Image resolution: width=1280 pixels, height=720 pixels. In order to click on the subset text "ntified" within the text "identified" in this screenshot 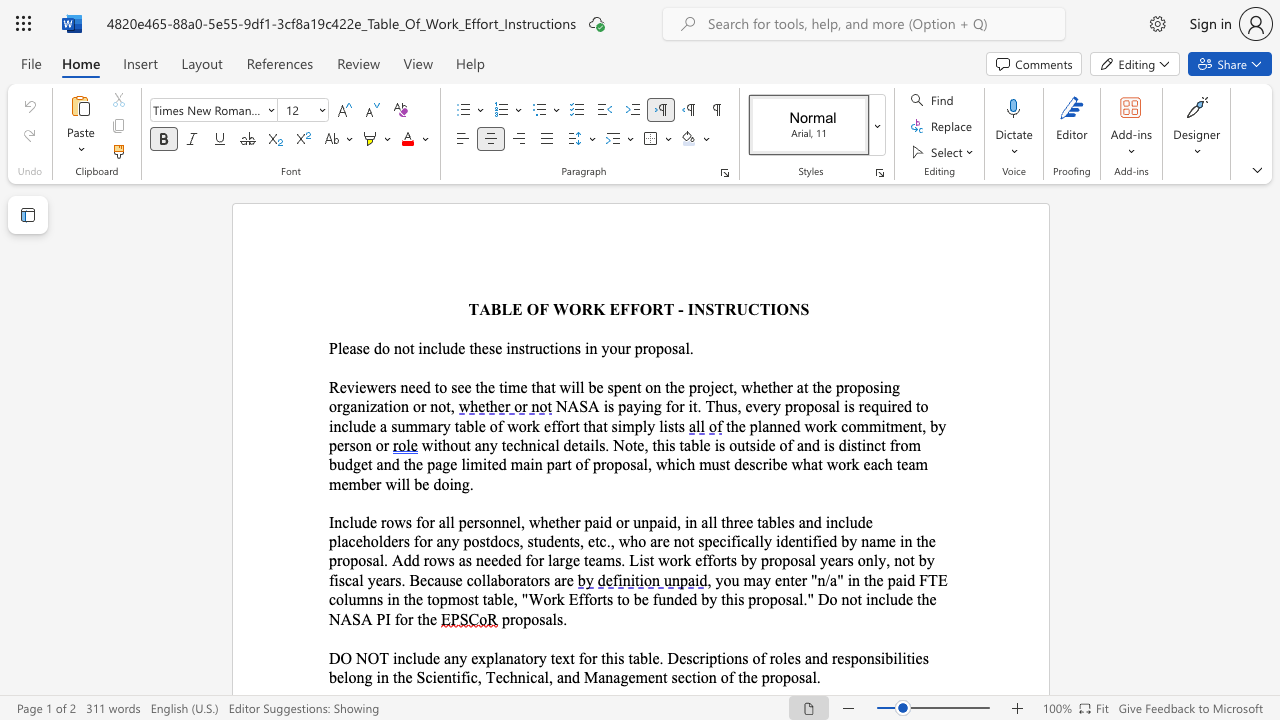, I will do `click(794, 541)`.